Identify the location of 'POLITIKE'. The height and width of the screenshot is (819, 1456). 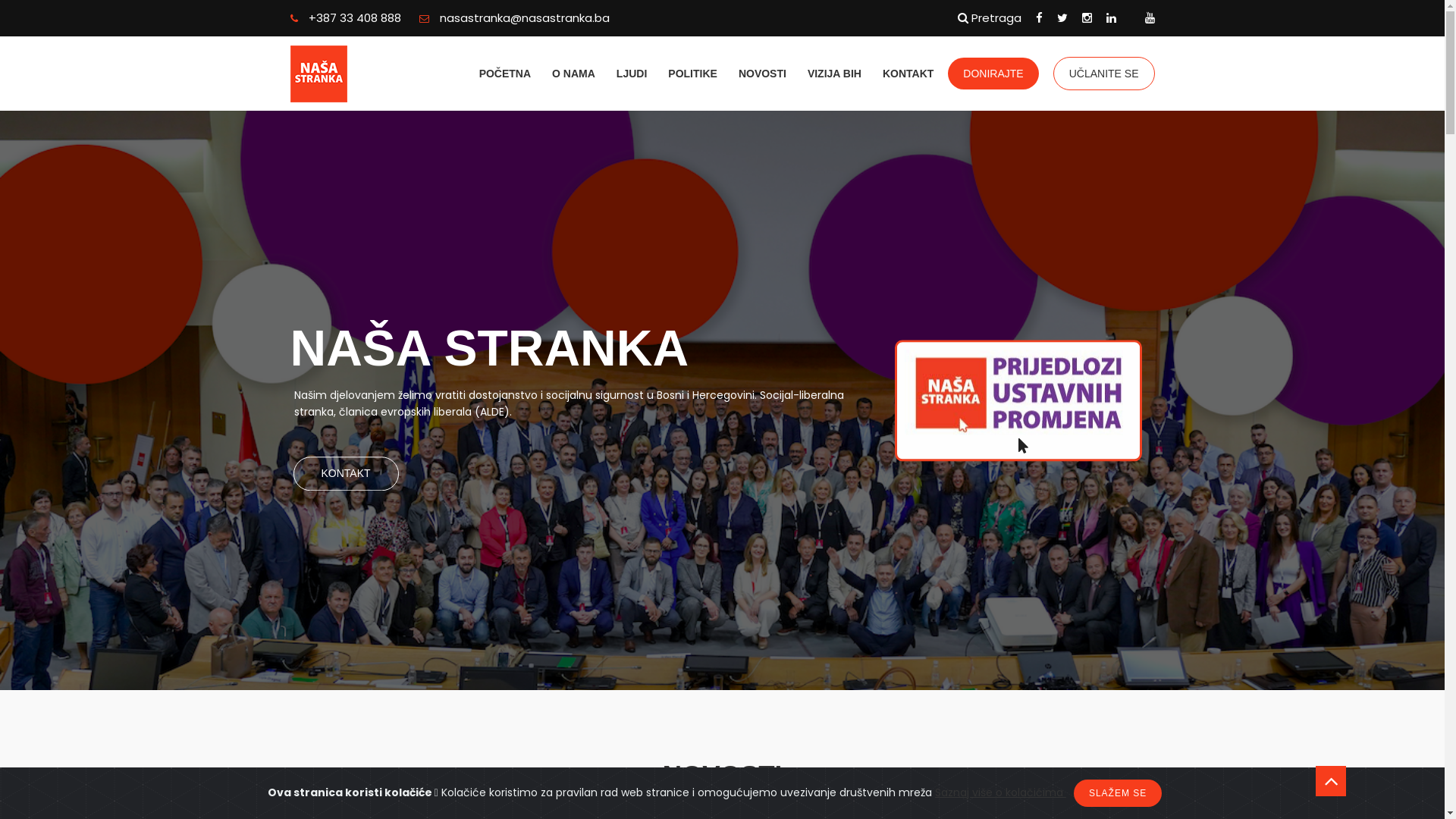
(692, 73).